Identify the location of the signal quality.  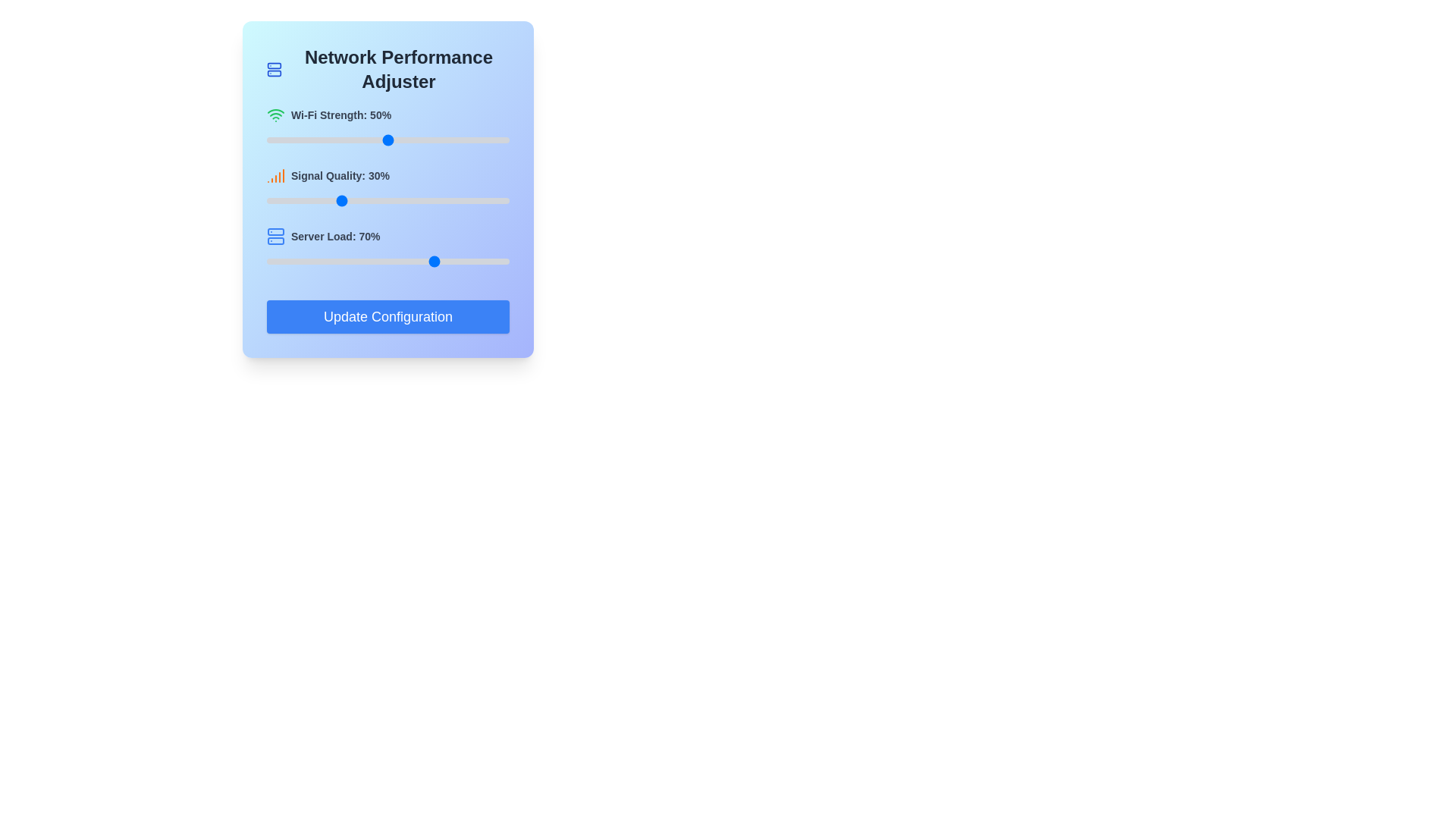
(450, 200).